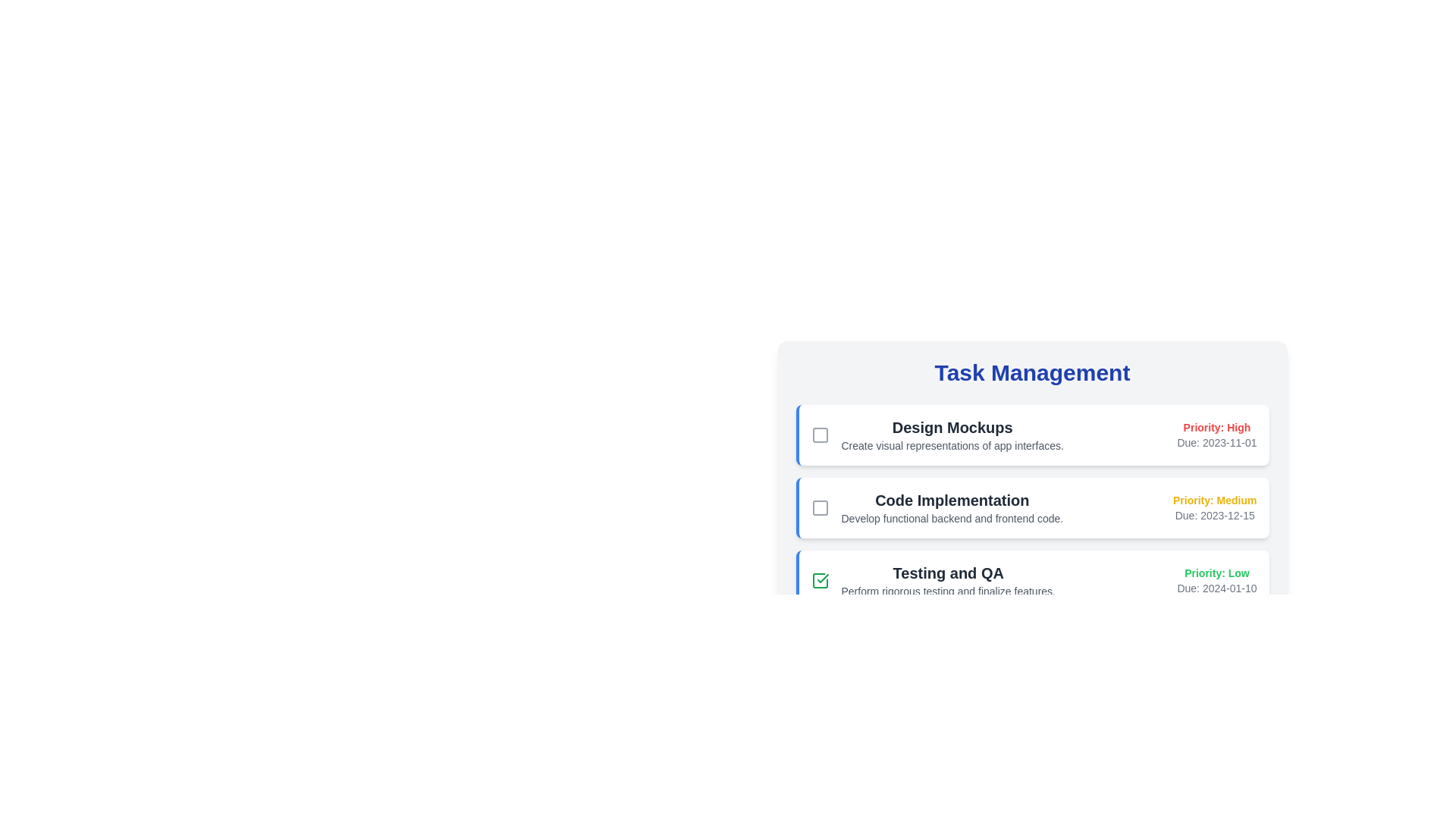 Image resolution: width=1456 pixels, height=819 pixels. What do you see at coordinates (1216, 580) in the screenshot?
I see `priority level and due date from the label or badge located in the bottom right corner of the 'Testing and QA' task card` at bounding box center [1216, 580].